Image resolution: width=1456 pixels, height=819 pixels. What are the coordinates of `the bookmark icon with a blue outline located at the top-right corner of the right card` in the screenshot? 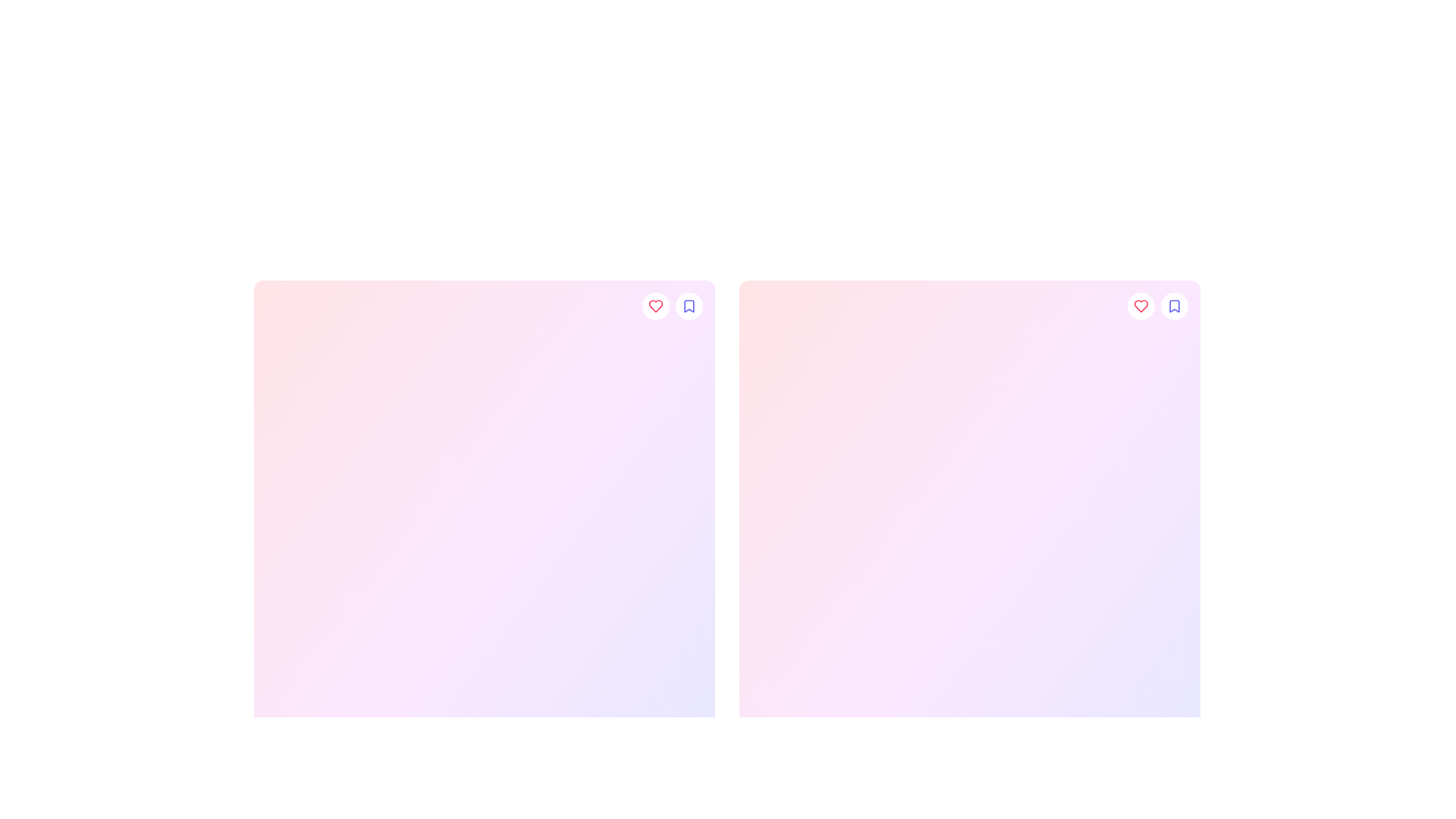 It's located at (1174, 306).